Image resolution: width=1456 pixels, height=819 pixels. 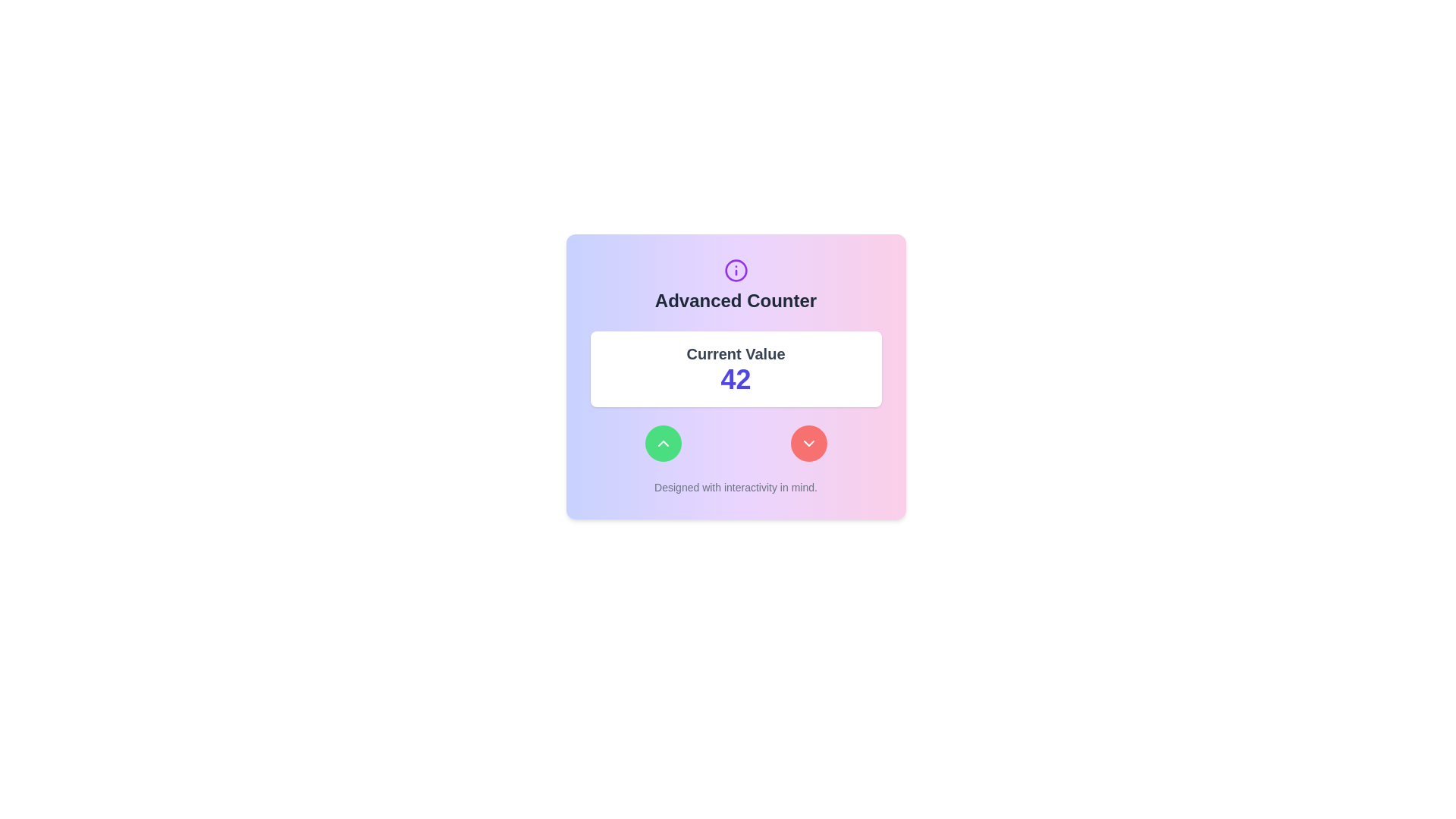 I want to click on the circular decorative component with a purple outline located at the center of the info icon graphic, which is above the 'Advanced Counter' heading, so click(x=736, y=270).